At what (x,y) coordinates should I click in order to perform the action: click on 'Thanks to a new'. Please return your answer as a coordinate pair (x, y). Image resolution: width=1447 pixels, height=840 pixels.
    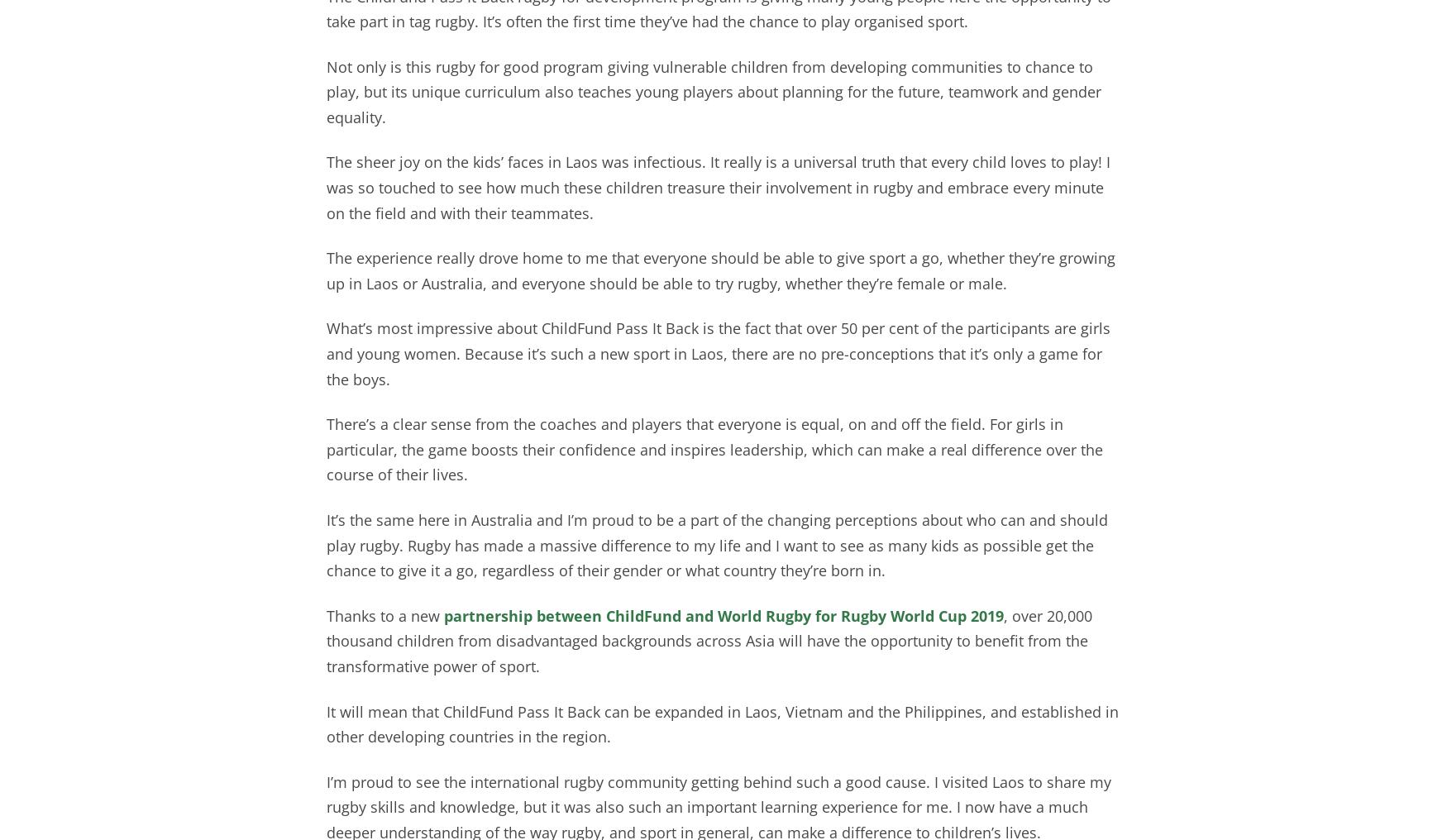
    Looking at the image, I should click on (385, 615).